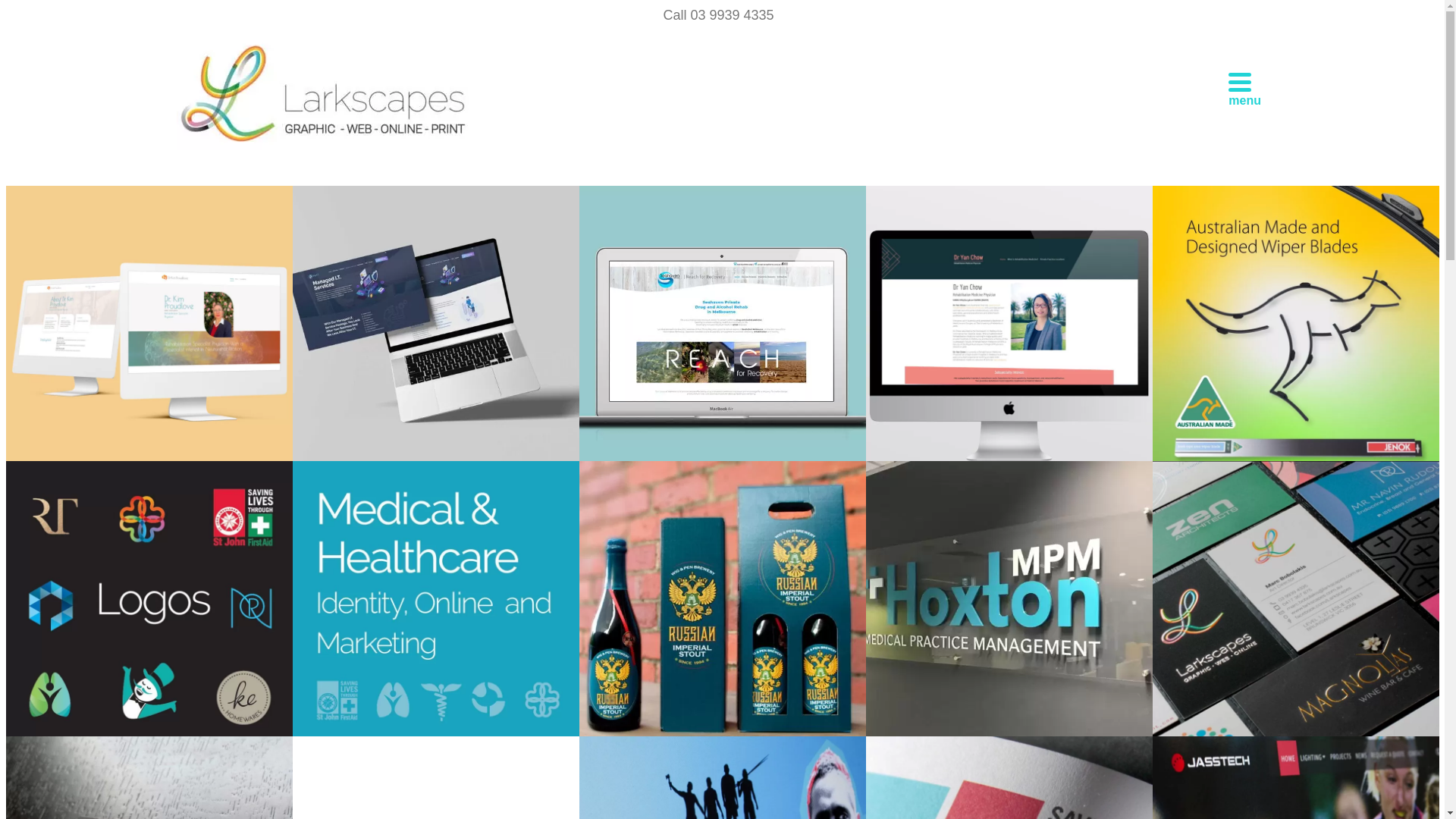 The height and width of the screenshot is (819, 1456). Describe the element at coordinates (655, 14) in the screenshot. I see `'Call 03 9939 4335'` at that location.